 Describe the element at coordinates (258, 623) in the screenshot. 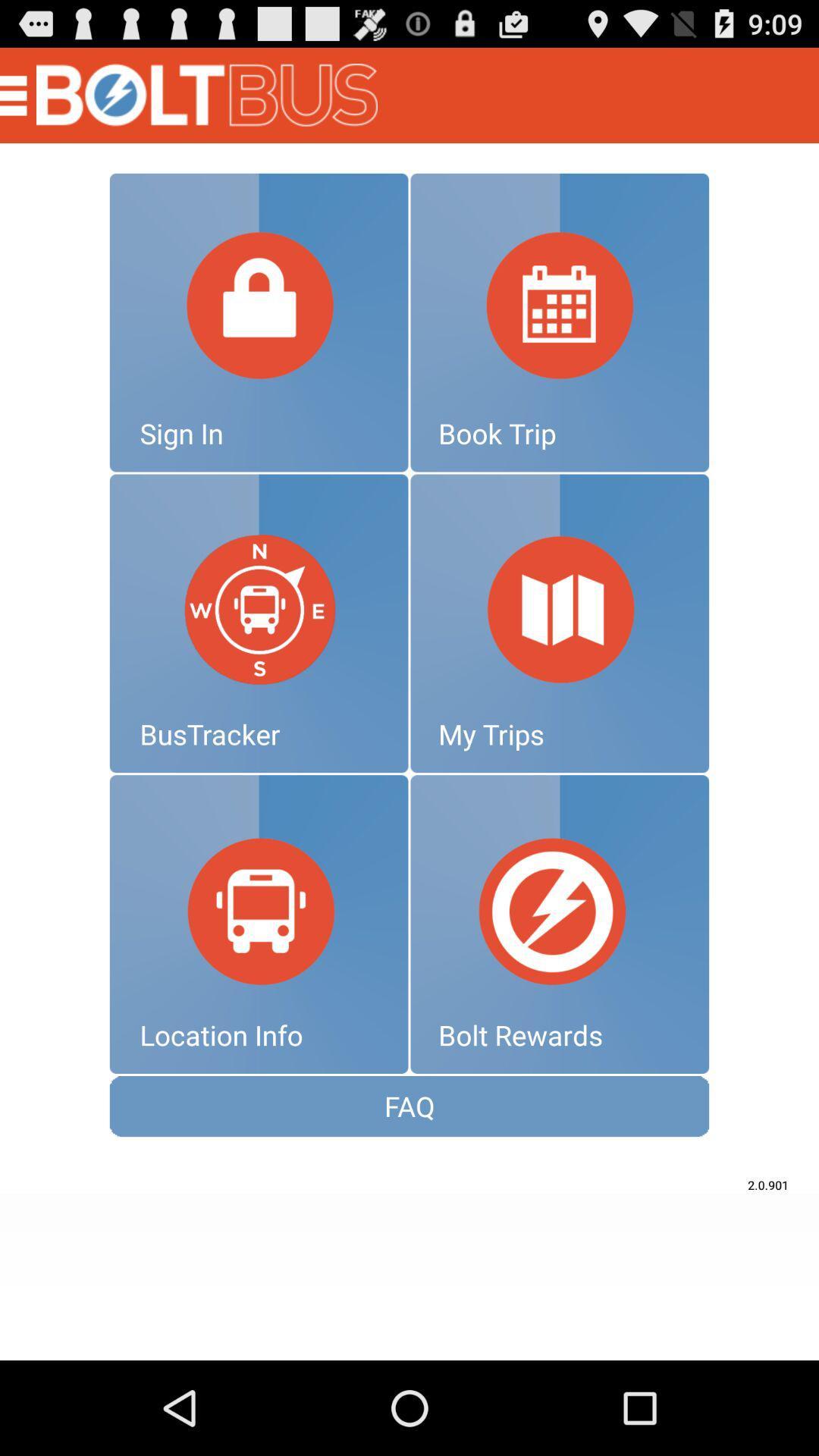

I see `explore bustracker` at that location.